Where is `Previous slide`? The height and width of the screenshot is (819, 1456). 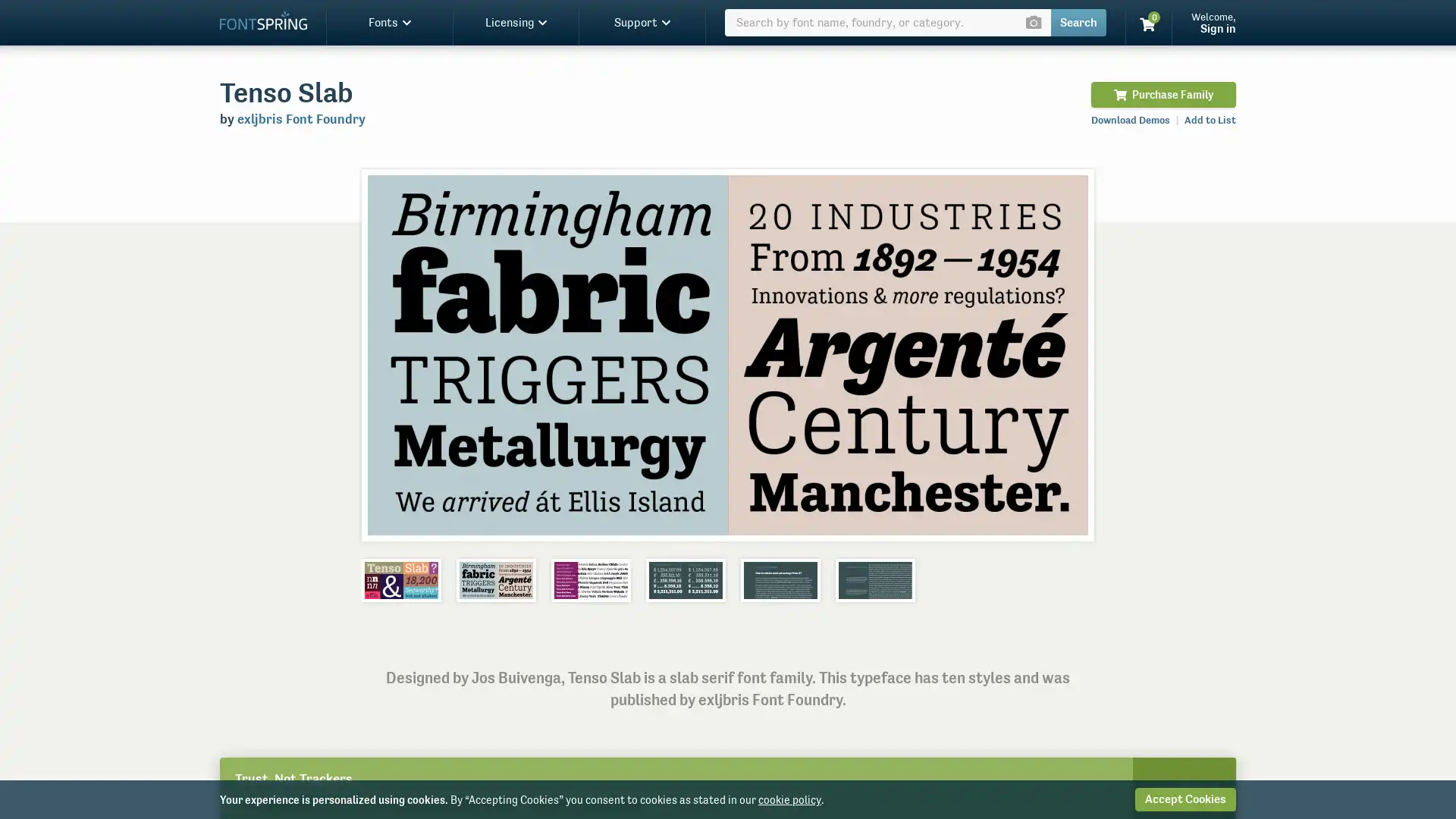
Previous slide is located at coordinates (389, 354).